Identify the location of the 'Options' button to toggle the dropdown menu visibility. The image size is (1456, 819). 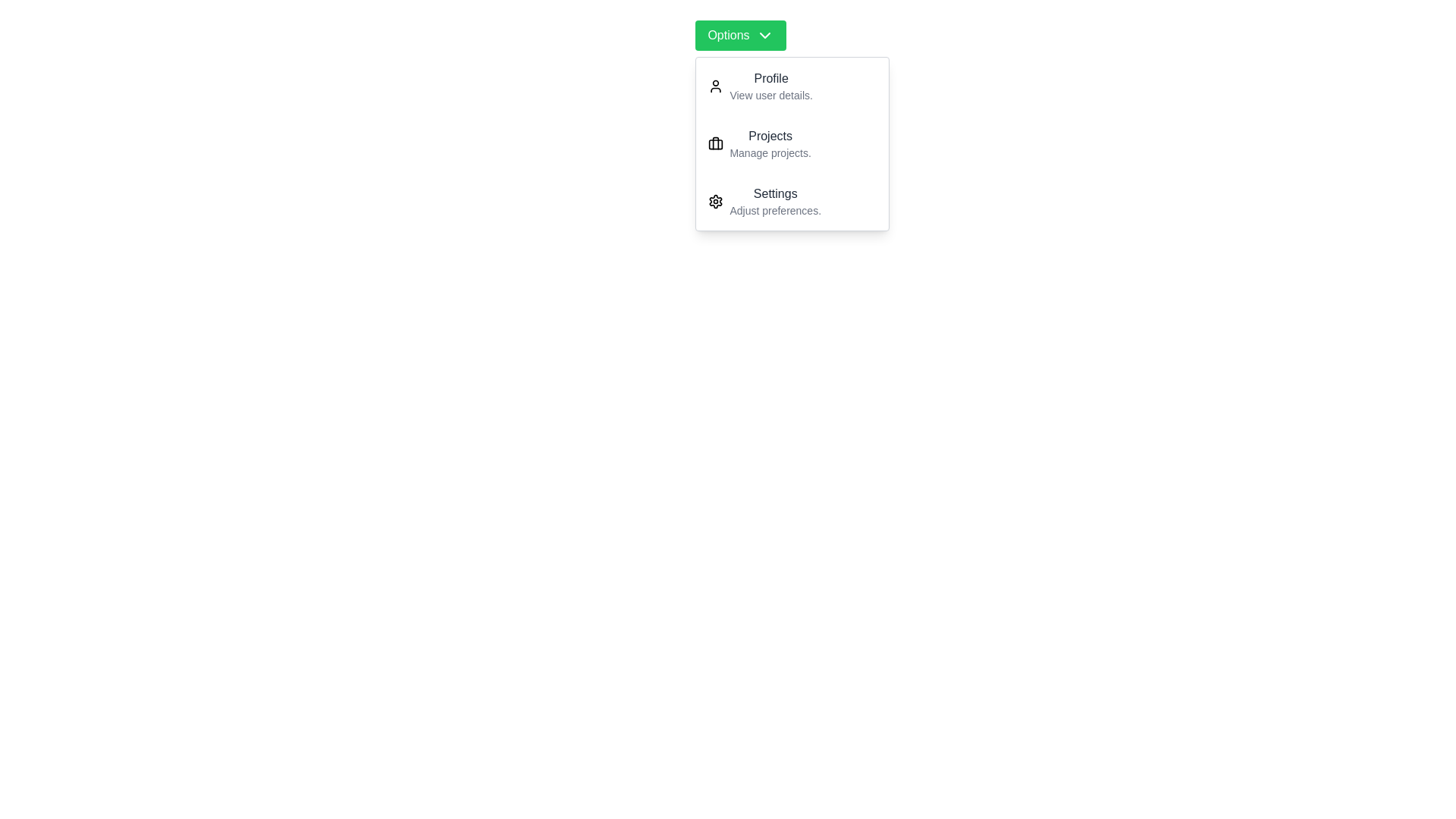
(739, 34).